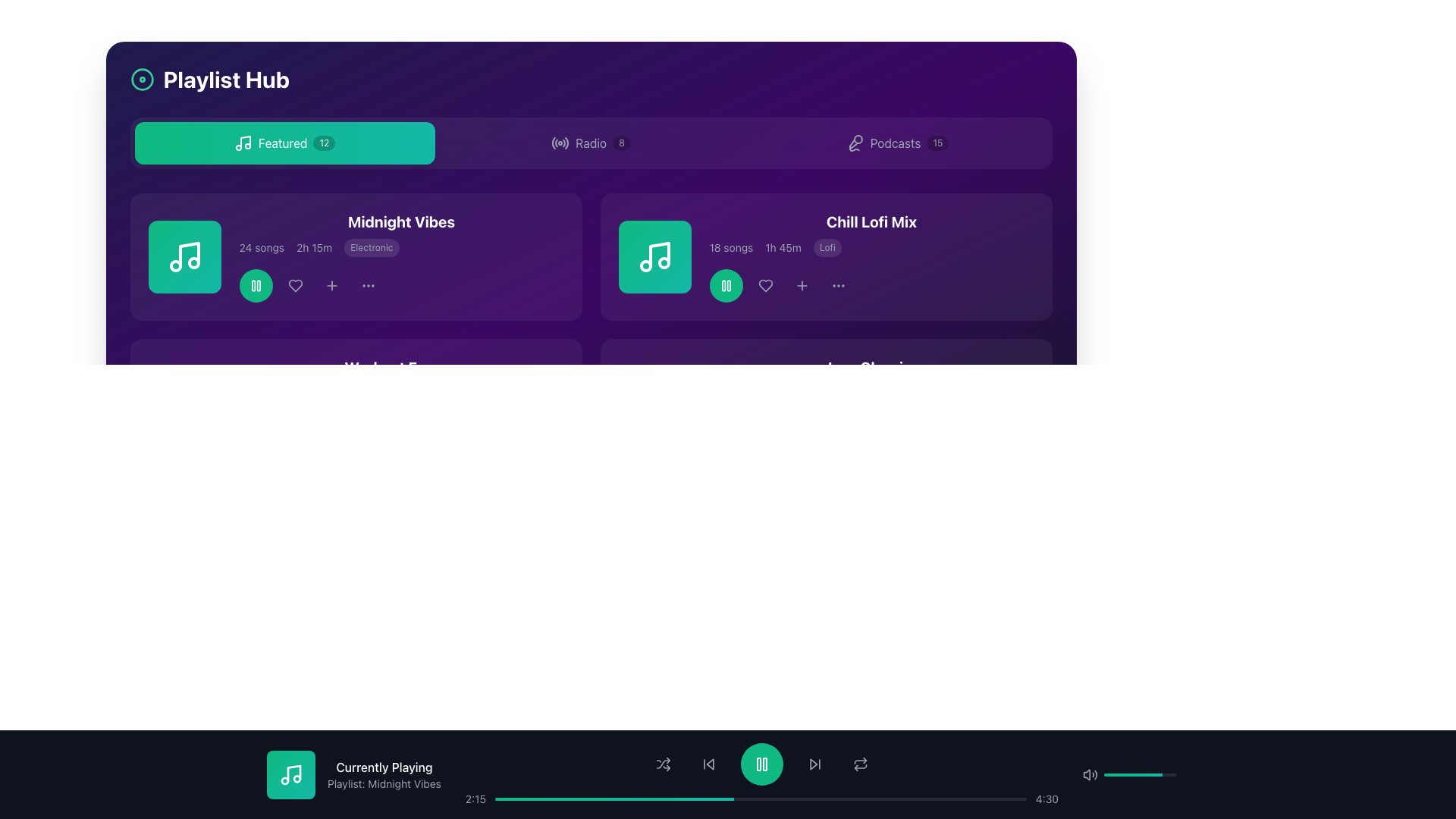  What do you see at coordinates (253, 286) in the screenshot?
I see `the left part of the pause control icon, which is part of the media playback control system` at bounding box center [253, 286].